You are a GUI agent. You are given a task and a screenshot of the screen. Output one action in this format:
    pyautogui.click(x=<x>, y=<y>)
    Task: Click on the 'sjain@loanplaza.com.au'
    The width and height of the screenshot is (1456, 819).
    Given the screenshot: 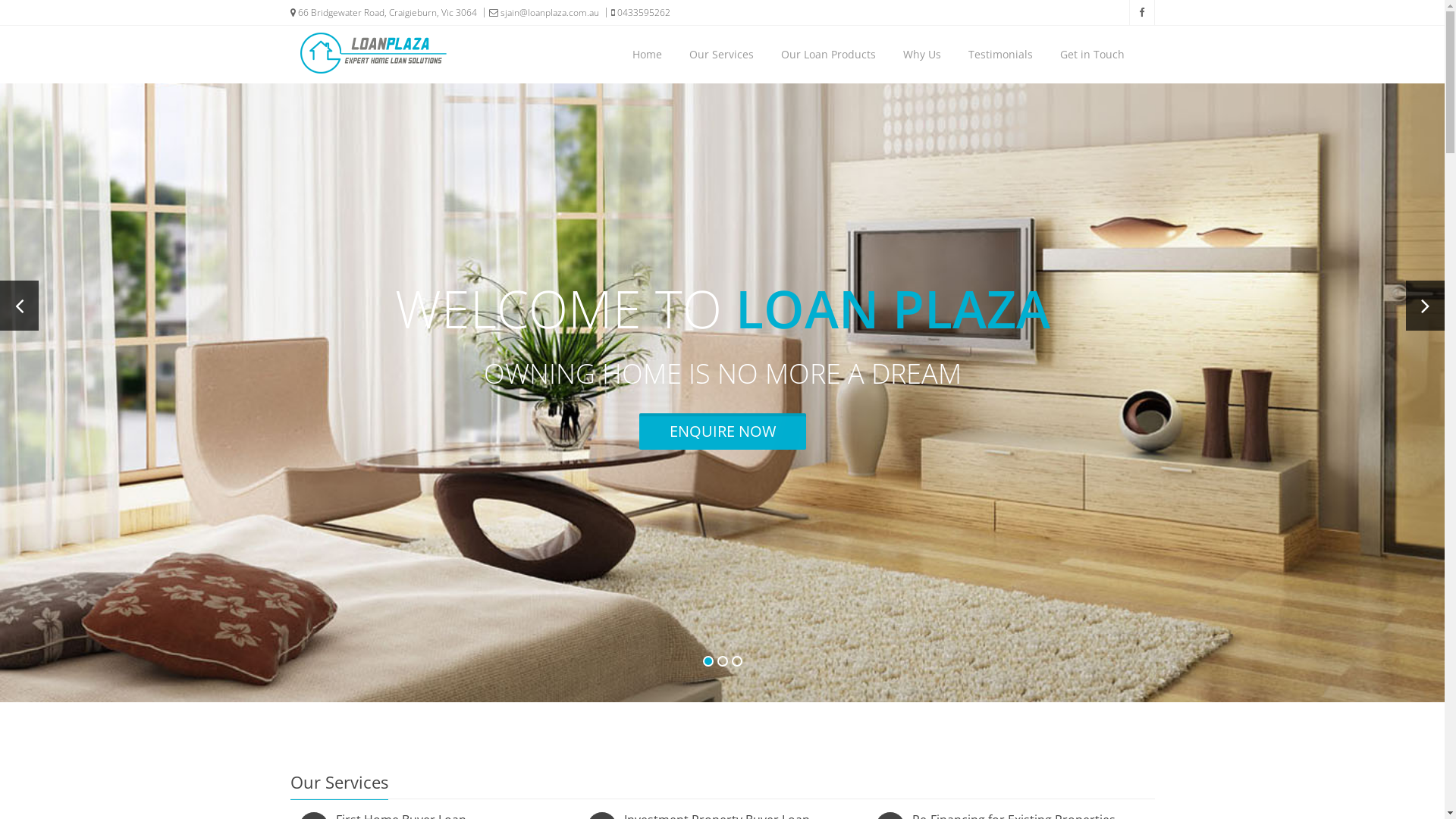 What is the action you would take?
    pyautogui.click(x=538, y=12)
    